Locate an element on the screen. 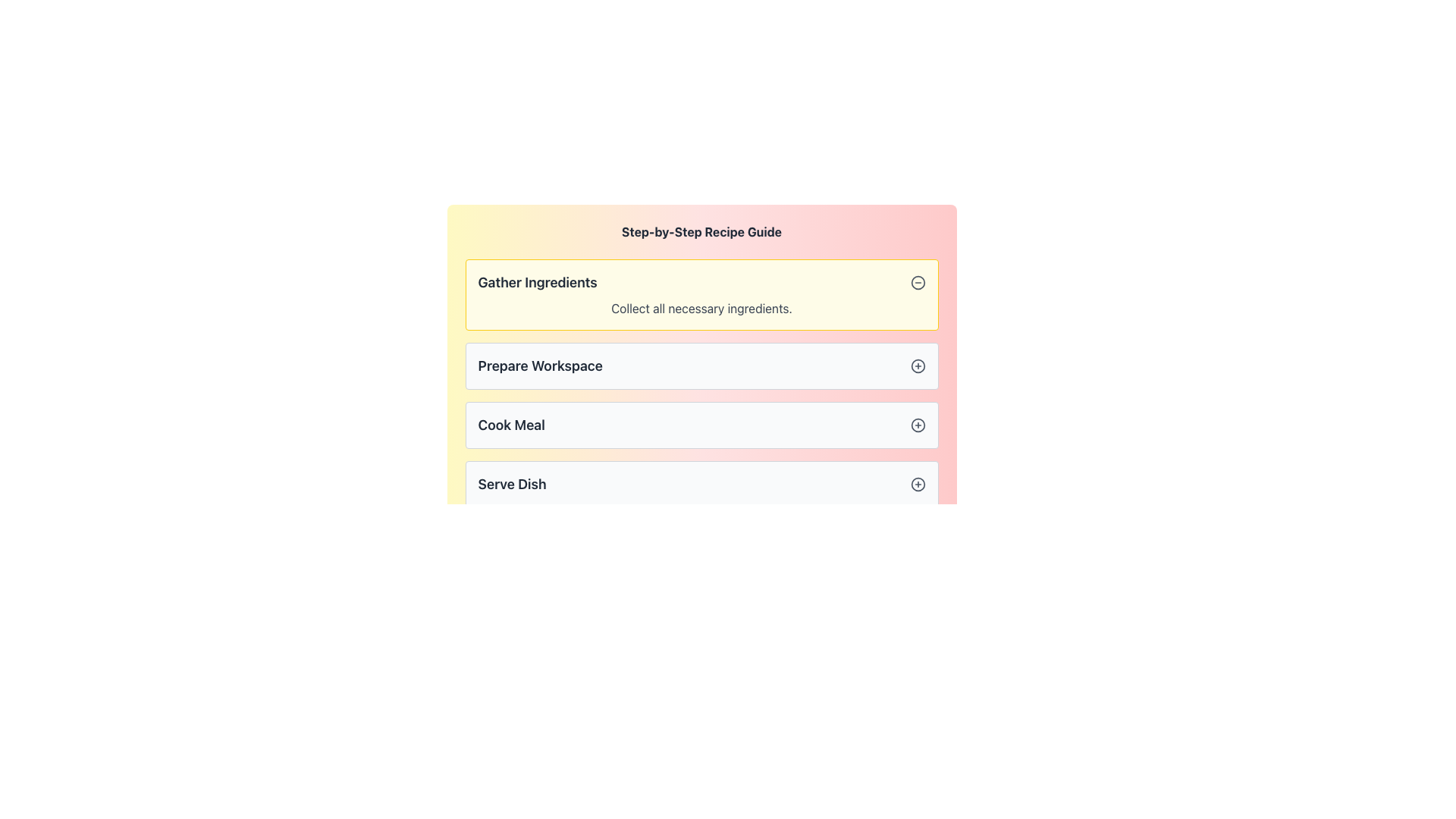 The height and width of the screenshot is (819, 1456). the interactive button located on the right side of the 'Prepare Workspace' row is located at coordinates (917, 366).